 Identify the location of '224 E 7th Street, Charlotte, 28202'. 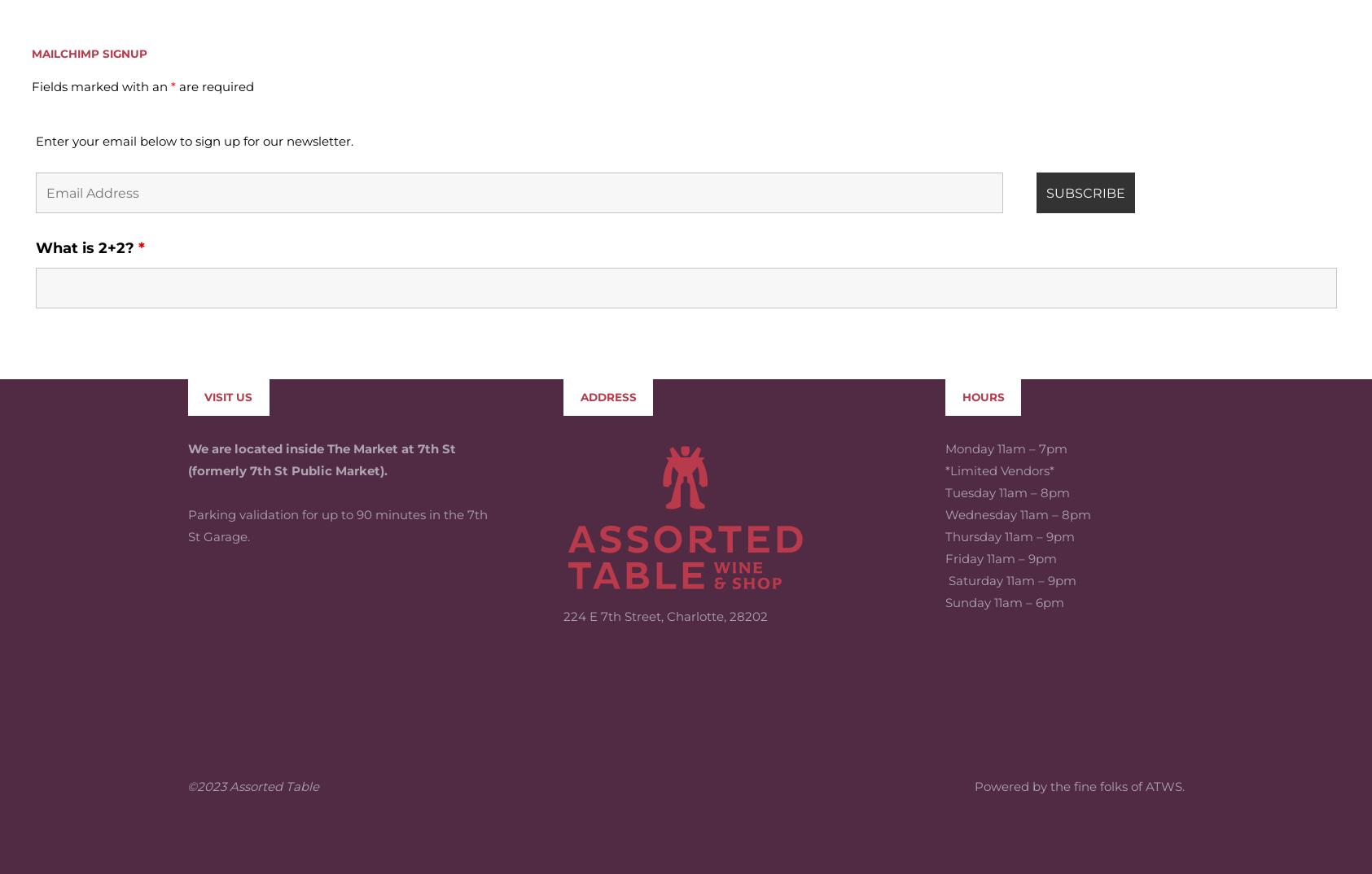
(563, 497).